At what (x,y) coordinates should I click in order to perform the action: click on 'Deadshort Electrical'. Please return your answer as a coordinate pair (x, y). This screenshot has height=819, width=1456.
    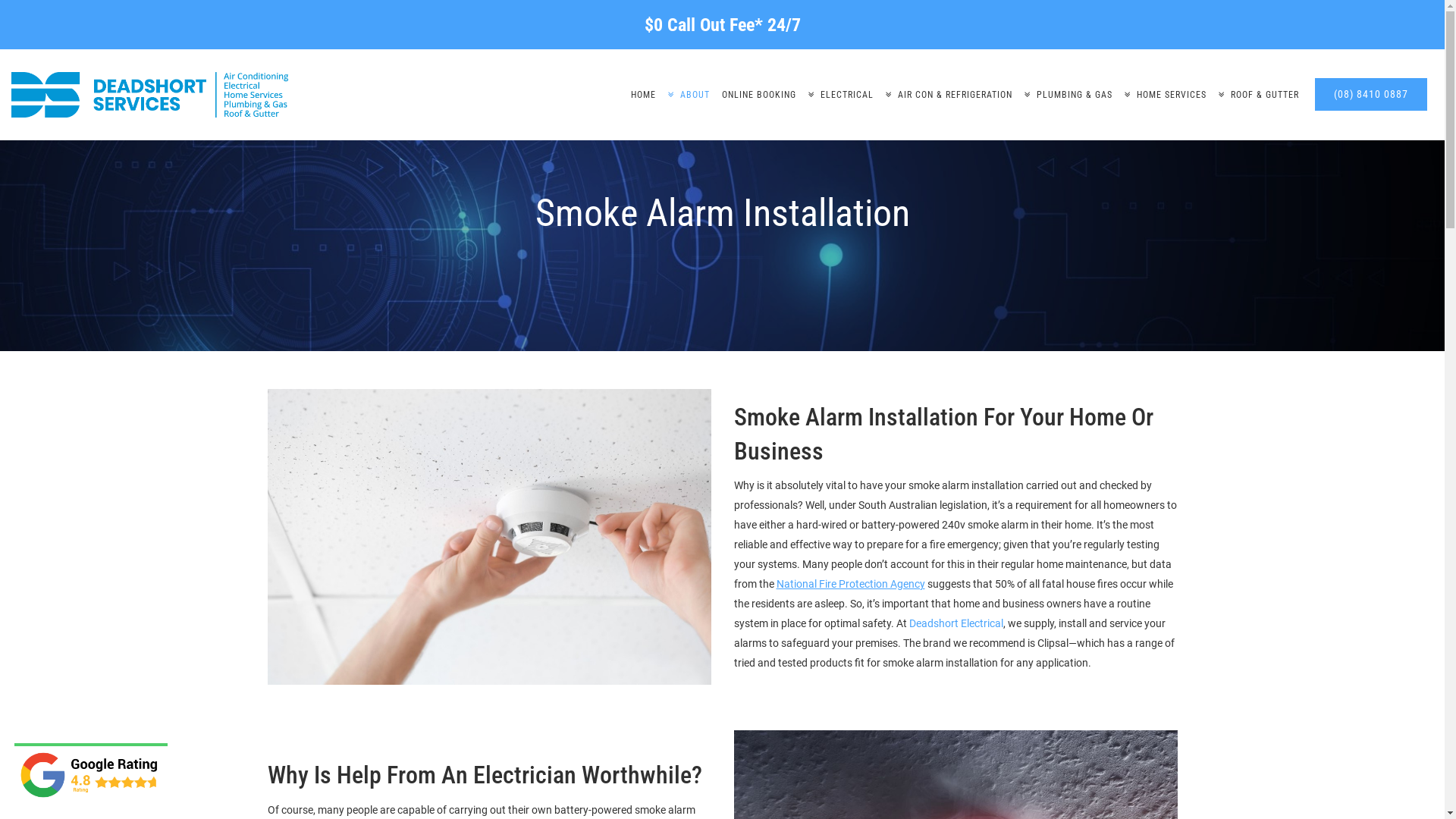
    Looking at the image, I should click on (908, 623).